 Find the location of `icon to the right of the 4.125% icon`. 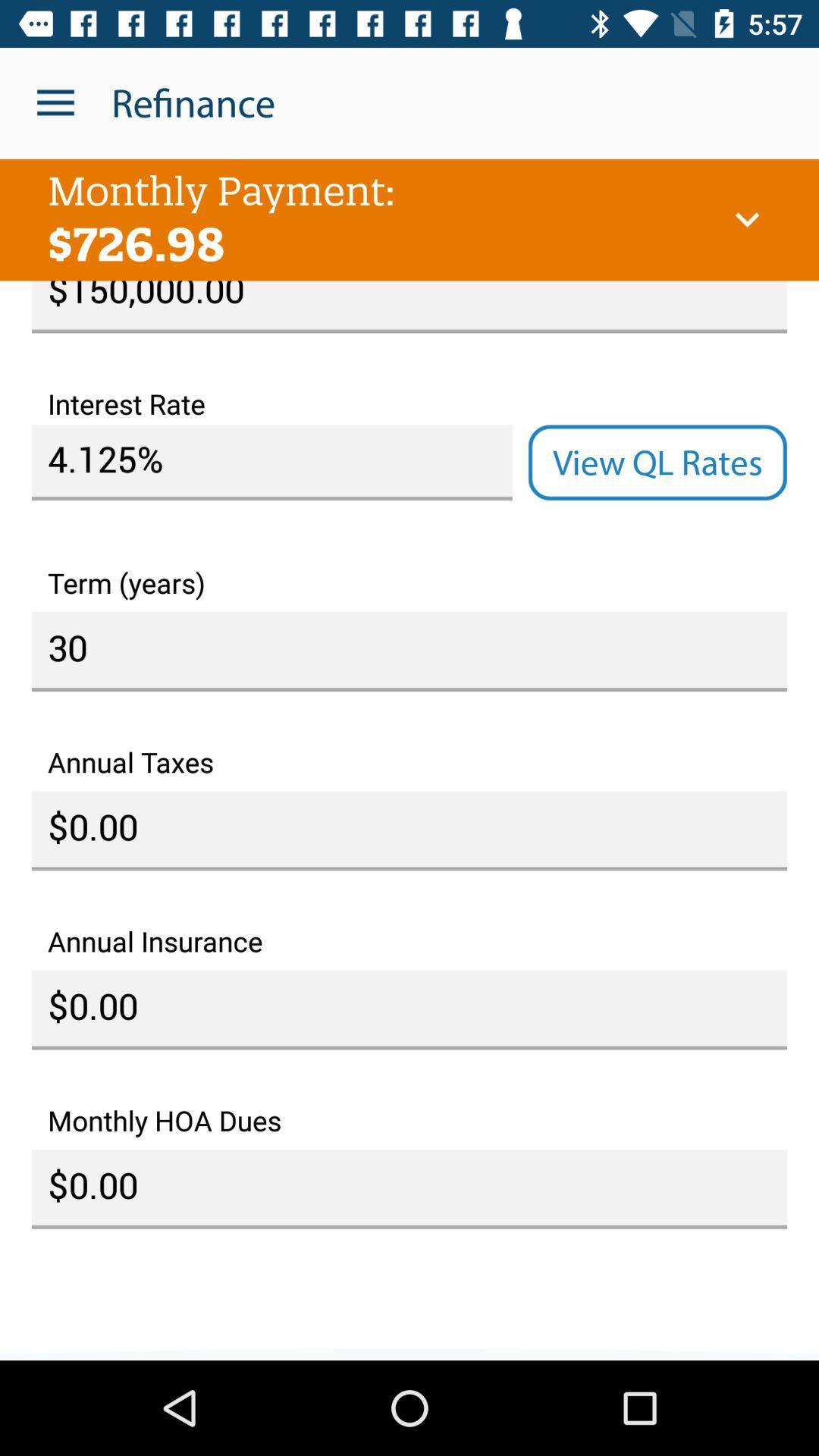

icon to the right of the 4.125% icon is located at coordinates (657, 462).